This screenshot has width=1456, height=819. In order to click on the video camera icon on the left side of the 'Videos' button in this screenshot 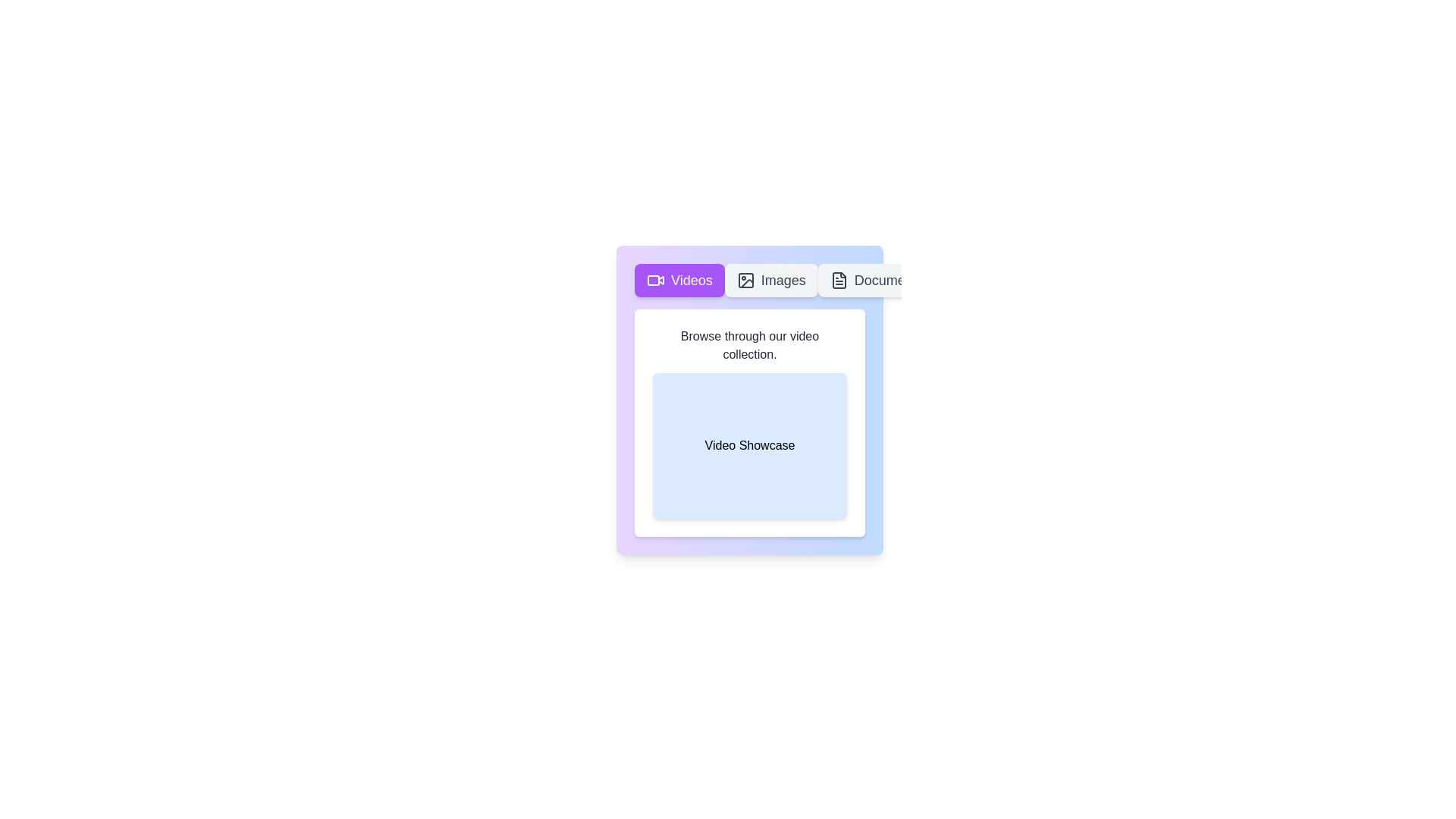, I will do `click(655, 281)`.